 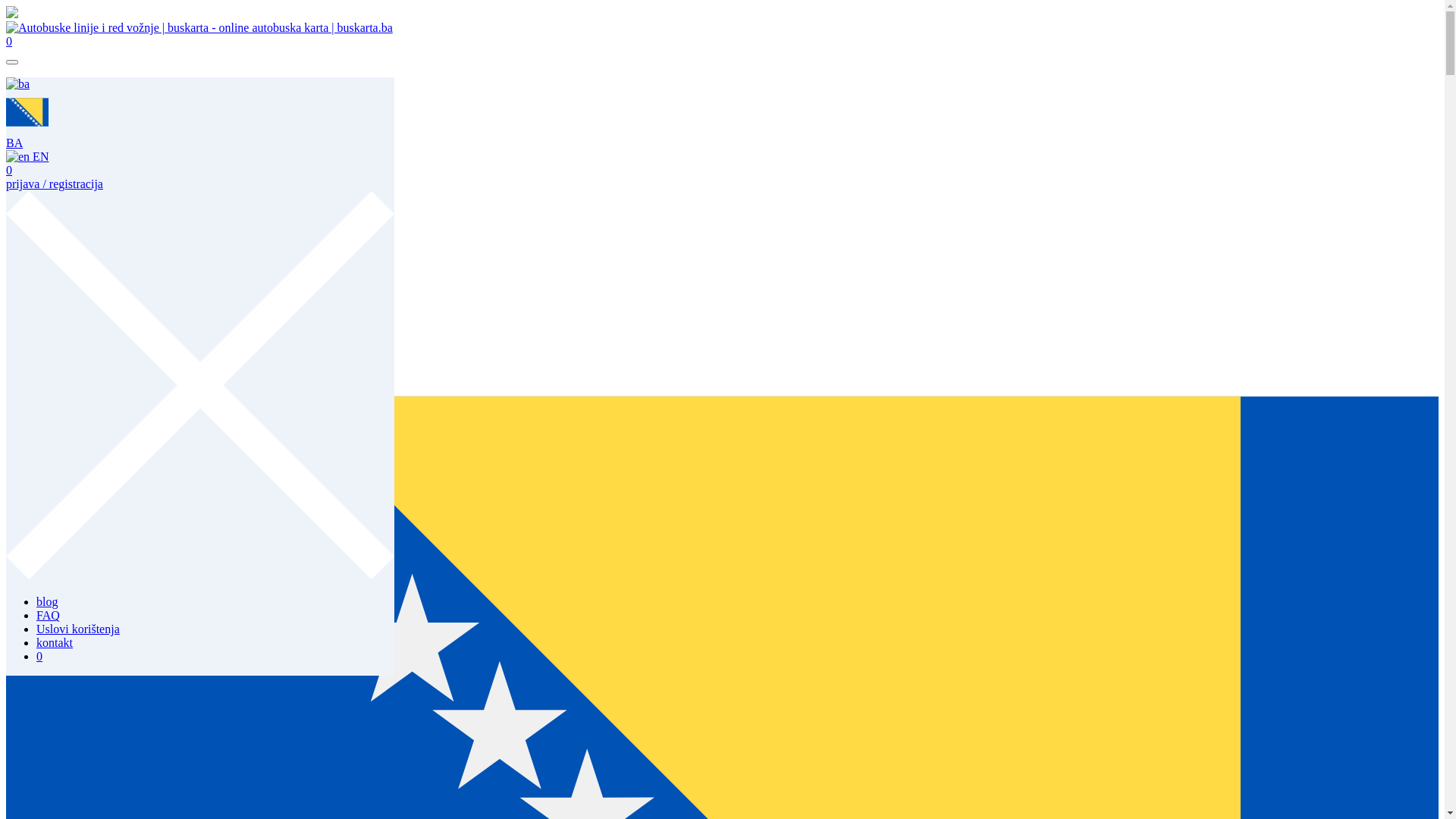 I want to click on 'ba', so click(x=6, y=111).